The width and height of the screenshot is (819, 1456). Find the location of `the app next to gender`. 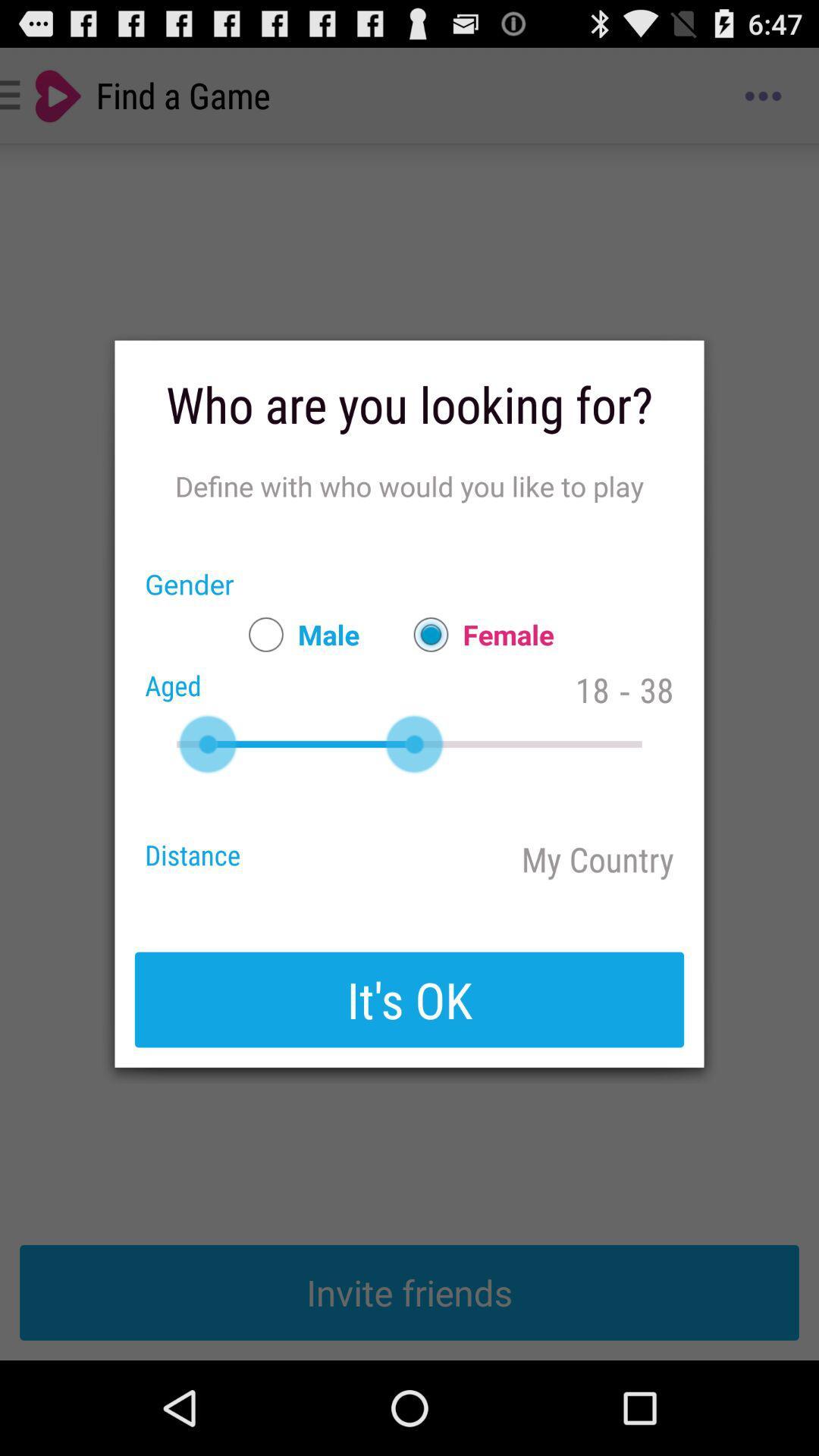

the app next to gender is located at coordinates (297, 634).